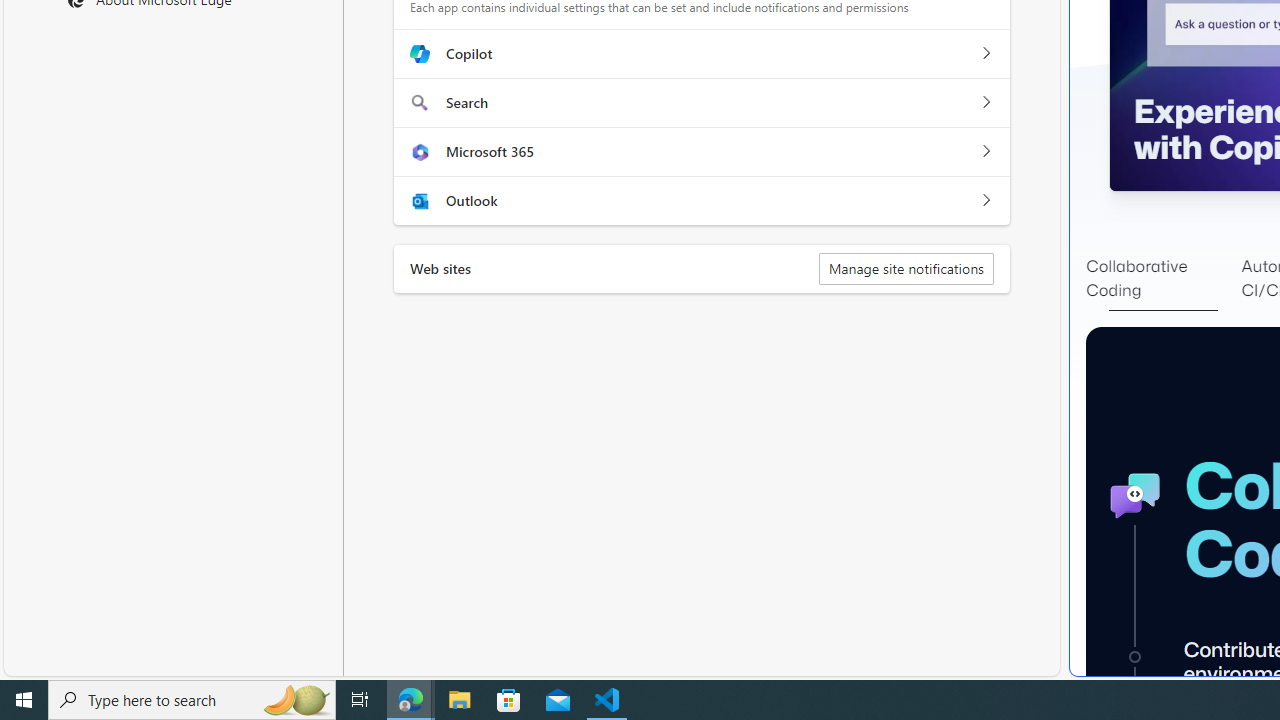 The width and height of the screenshot is (1280, 720). What do you see at coordinates (1135, 495) in the screenshot?
I see `'GitHub Collaboration Icon'` at bounding box center [1135, 495].